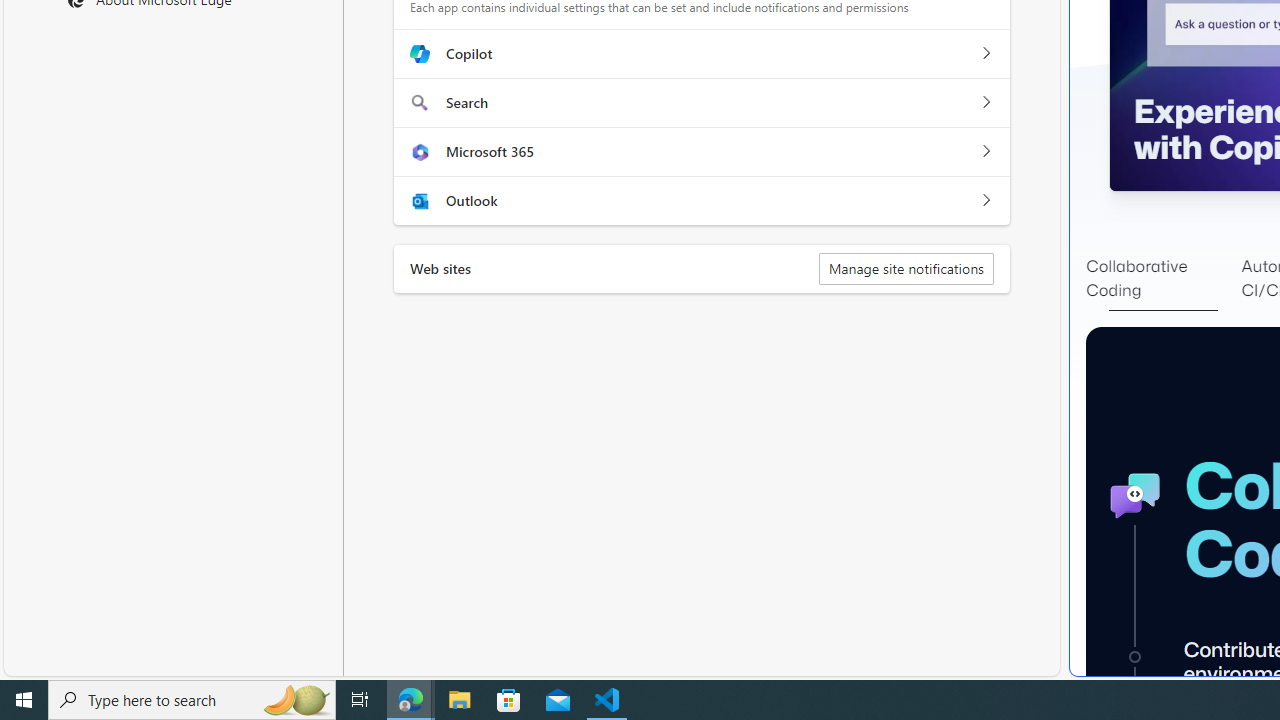 The width and height of the screenshot is (1280, 720). What do you see at coordinates (1135, 495) in the screenshot?
I see `'GitHub Collaboration Icon'` at bounding box center [1135, 495].